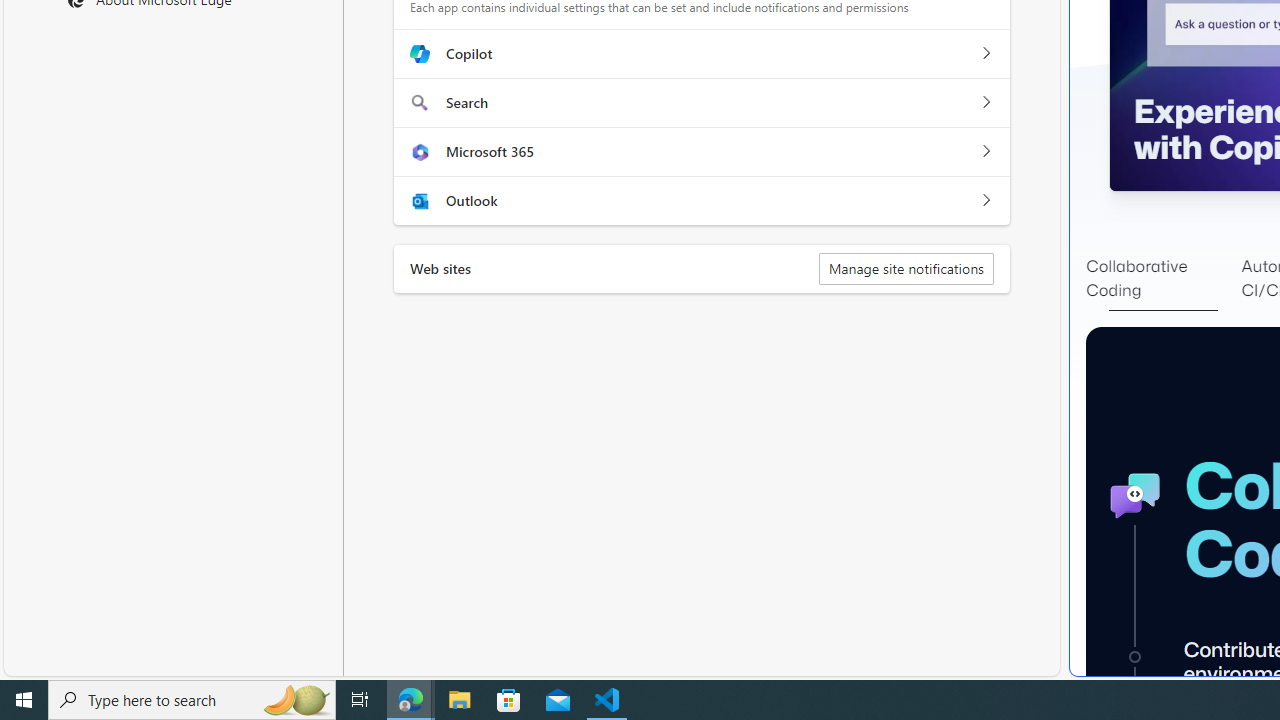 The width and height of the screenshot is (1280, 720). What do you see at coordinates (1135, 495) in the screenshot?
I see `'GitHub Collaboration Icon'` at bounding box center [1135, 495].